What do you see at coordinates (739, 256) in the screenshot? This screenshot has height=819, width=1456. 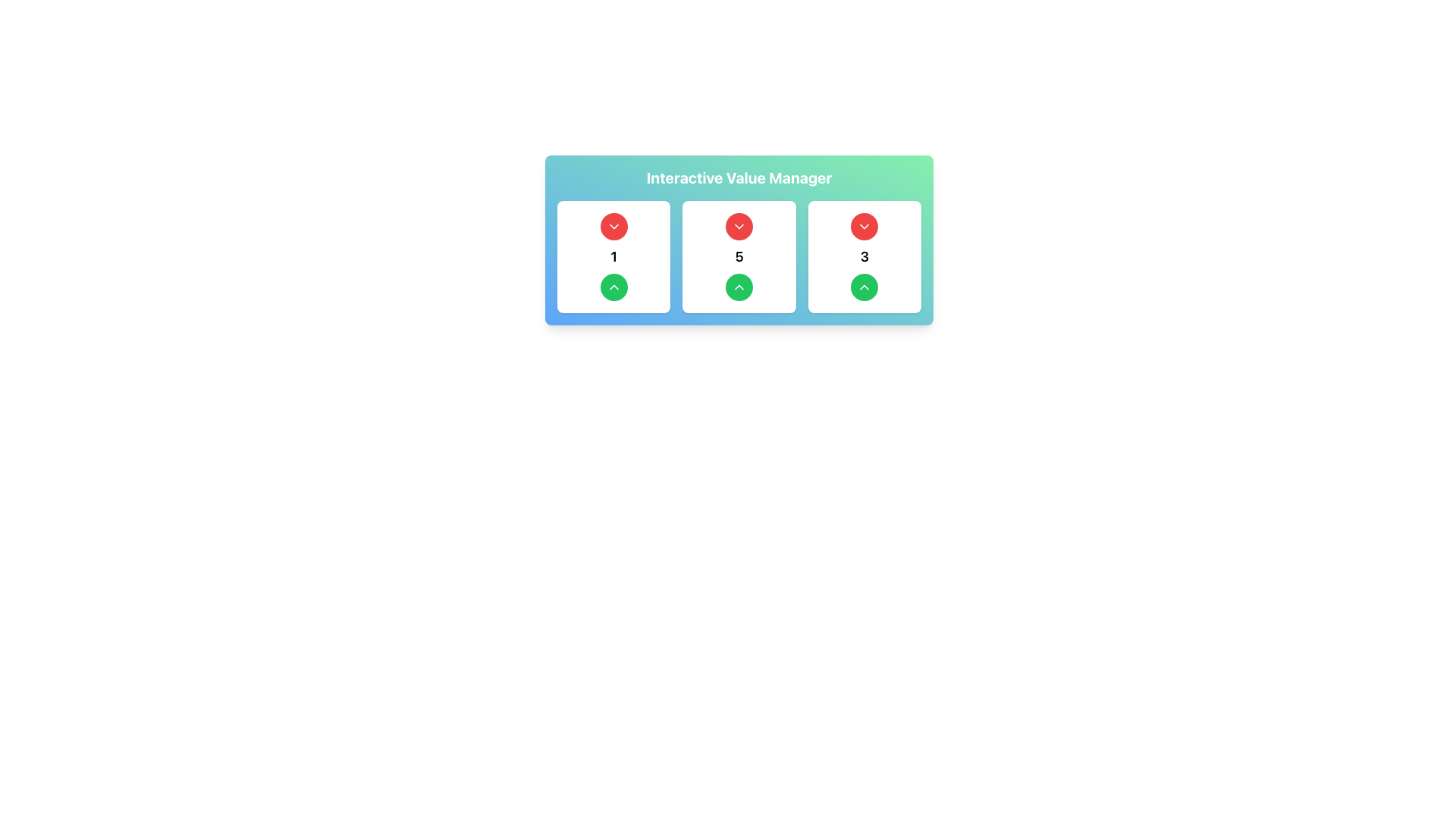 I see `the increment button on the interactive value display panel located in the center of the grid layout of the 'Interactive Value Manager' to increase the displayed value` at bounding box center [739, 256].